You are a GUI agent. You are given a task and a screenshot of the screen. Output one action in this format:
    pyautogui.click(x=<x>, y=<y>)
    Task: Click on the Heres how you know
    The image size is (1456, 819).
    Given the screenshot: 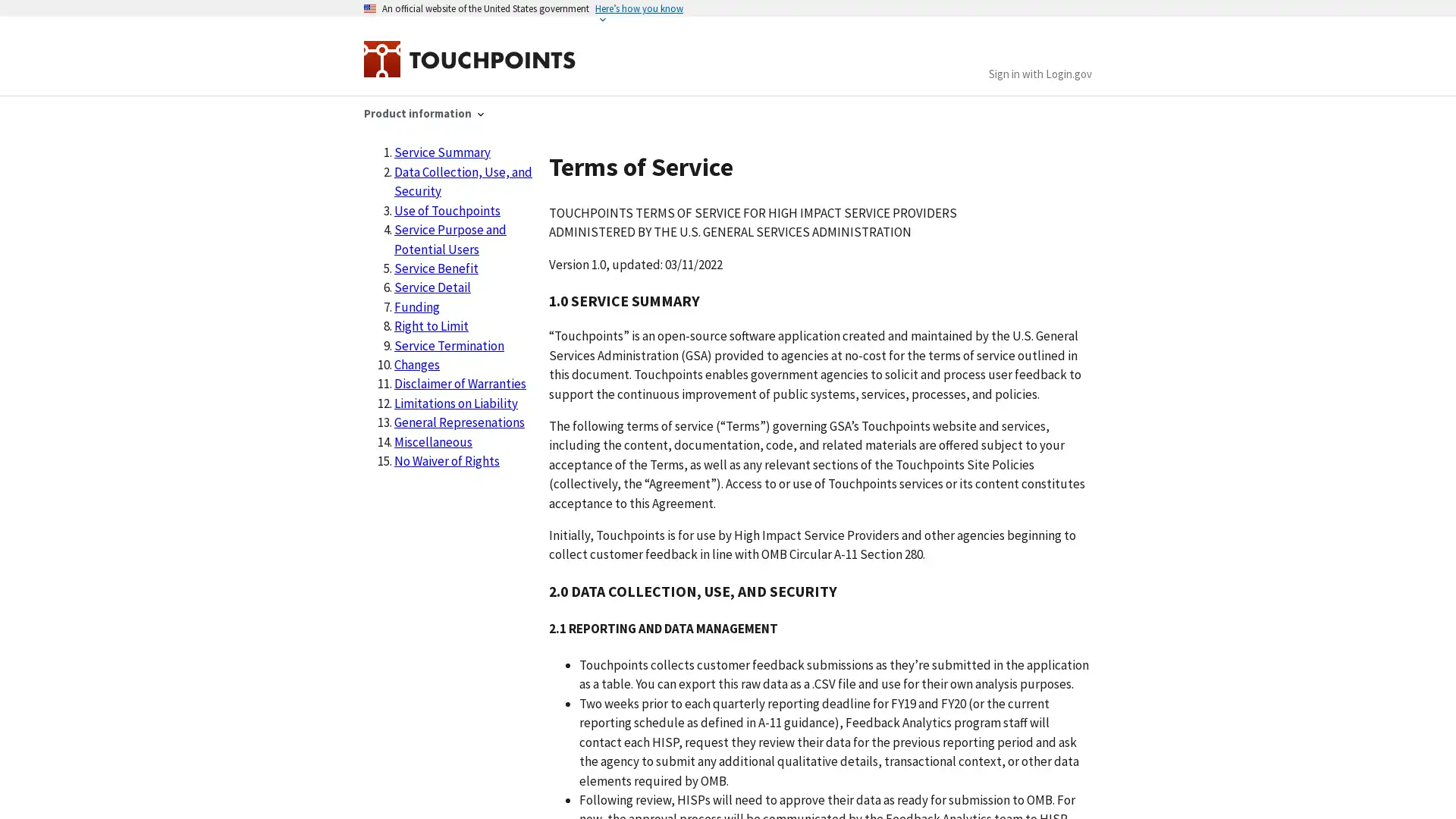 What is the action you would take?
    pyautogui.click(x=639, y=8)
    